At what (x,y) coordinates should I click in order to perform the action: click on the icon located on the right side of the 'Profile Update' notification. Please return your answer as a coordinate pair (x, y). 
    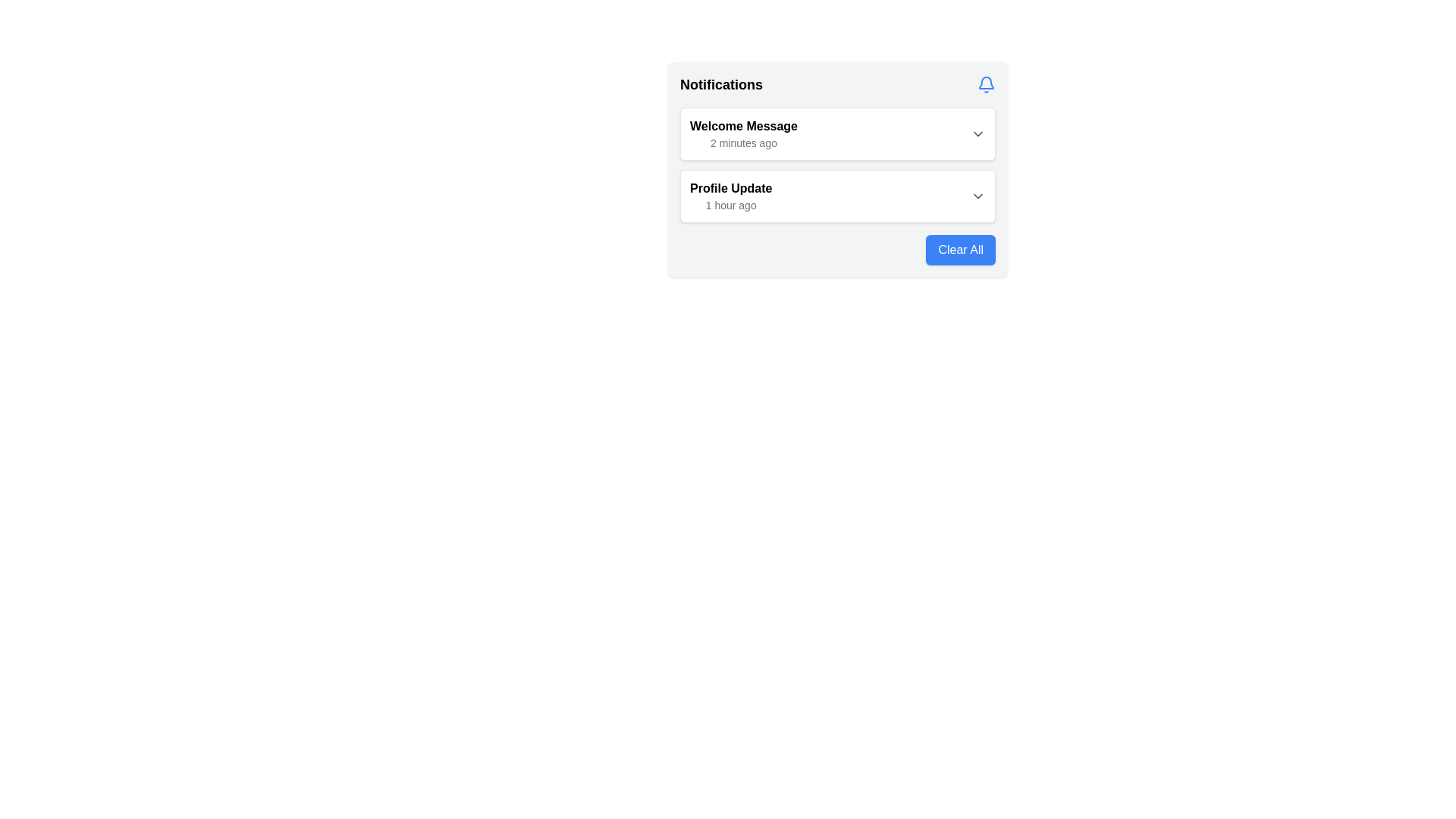
    Looking at the image, I should click on (978, 195).